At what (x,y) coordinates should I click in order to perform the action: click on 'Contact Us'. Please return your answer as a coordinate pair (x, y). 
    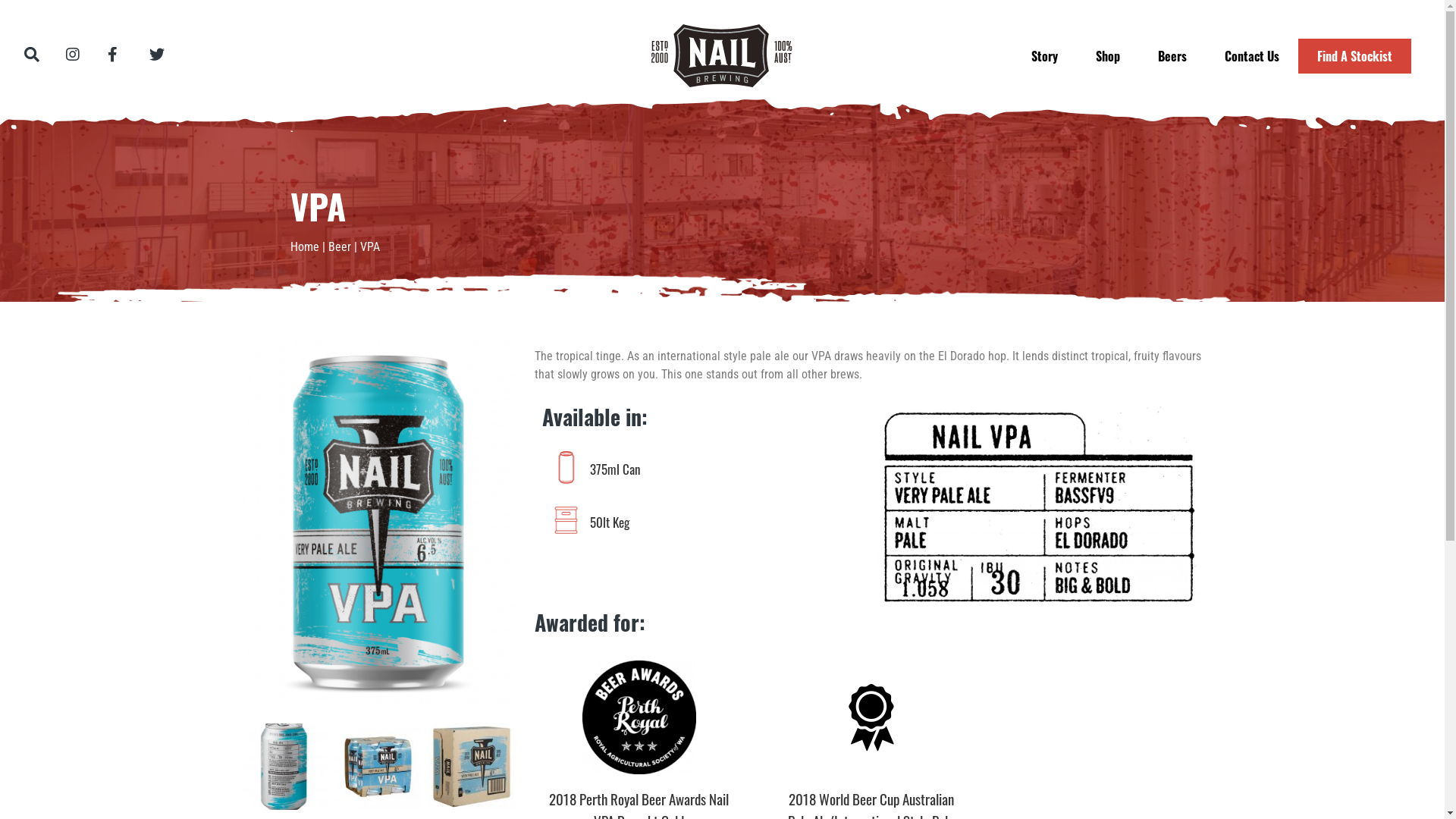
    Looking at the image, I should click on (1252, 55).